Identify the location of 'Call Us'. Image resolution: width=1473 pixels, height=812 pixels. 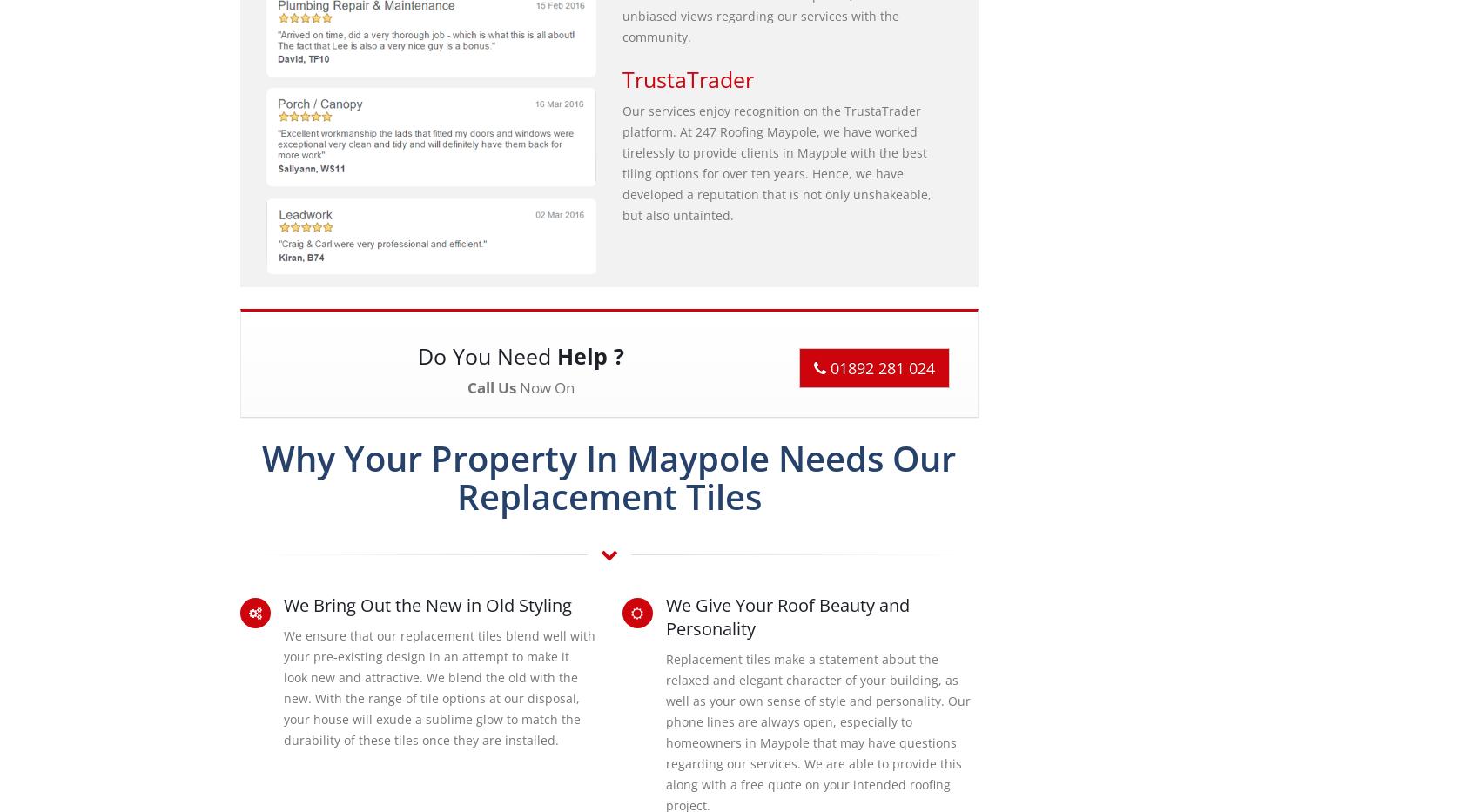
(490, 386).